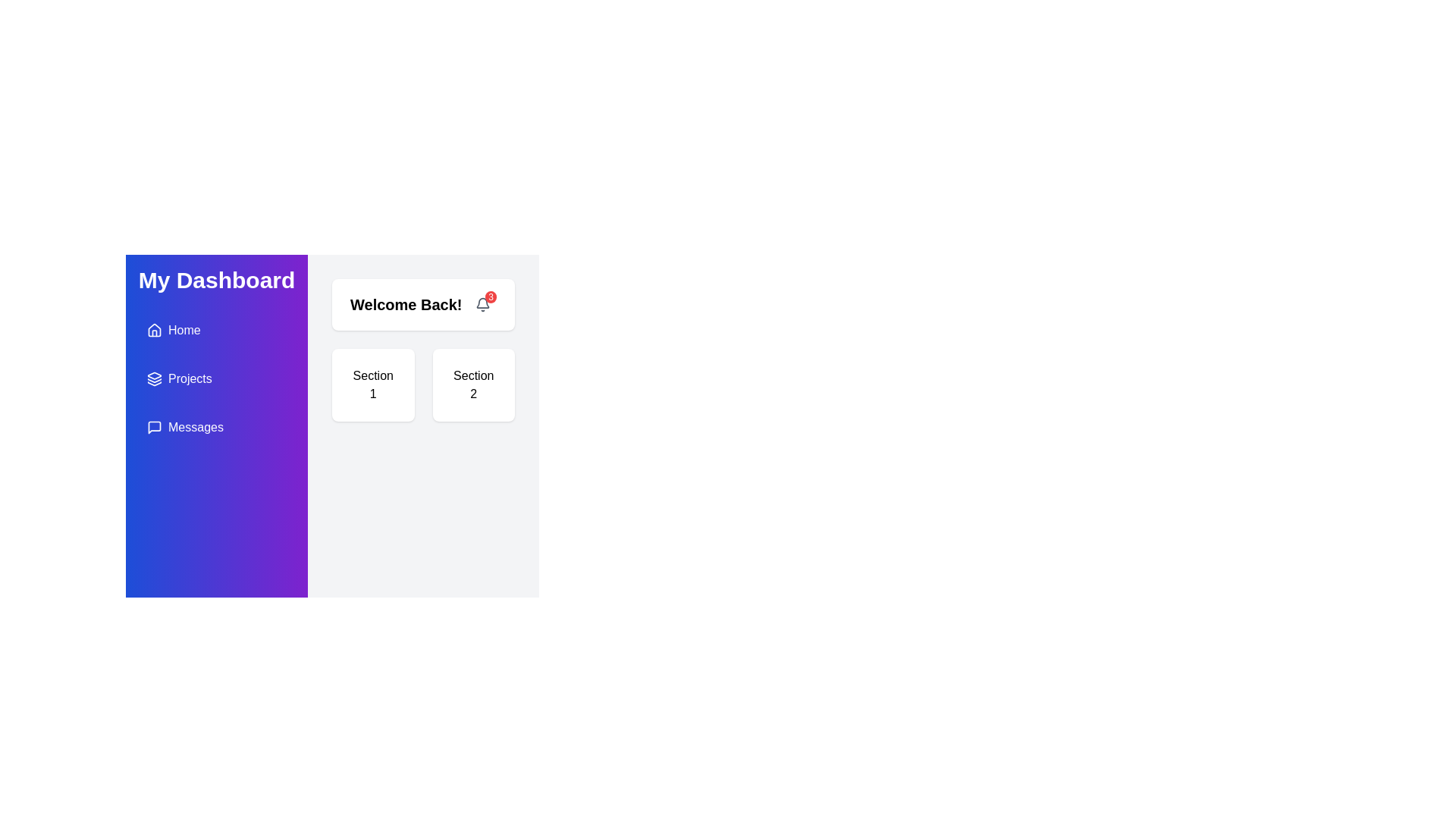 Image resolution: width=1456 pixels, height=819 pixels. What do you see at coordinates (482, 304) in the screenshot?
I see `the Notification Icon with Badge, which is a gray bell icon with a red badge displaying the number '3', located to the right of the 'Welcome Back!' text` at bounding box center [482, 304].